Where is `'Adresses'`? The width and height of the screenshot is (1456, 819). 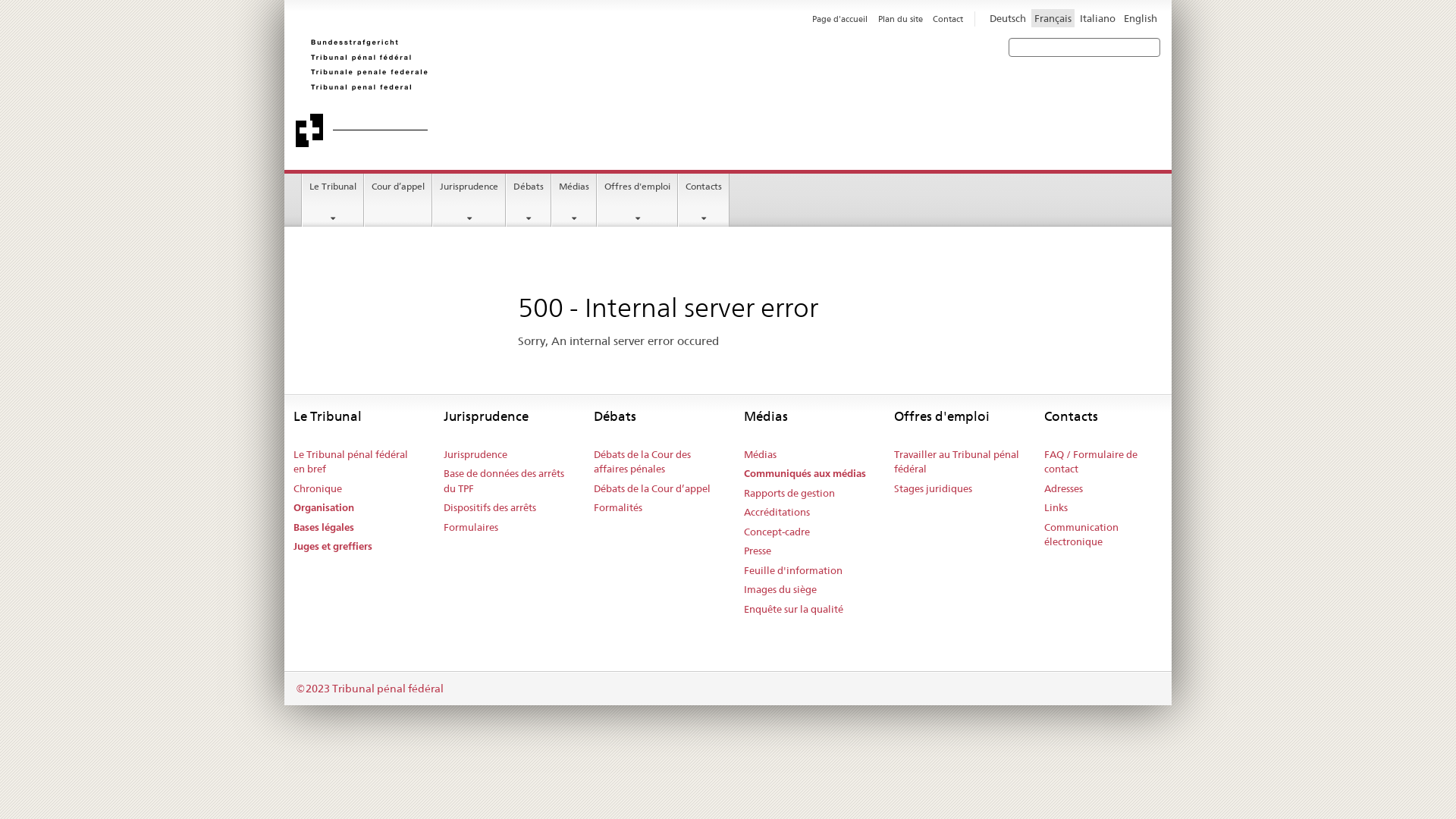 'Adresses' is located at coordinates (1043, 488).